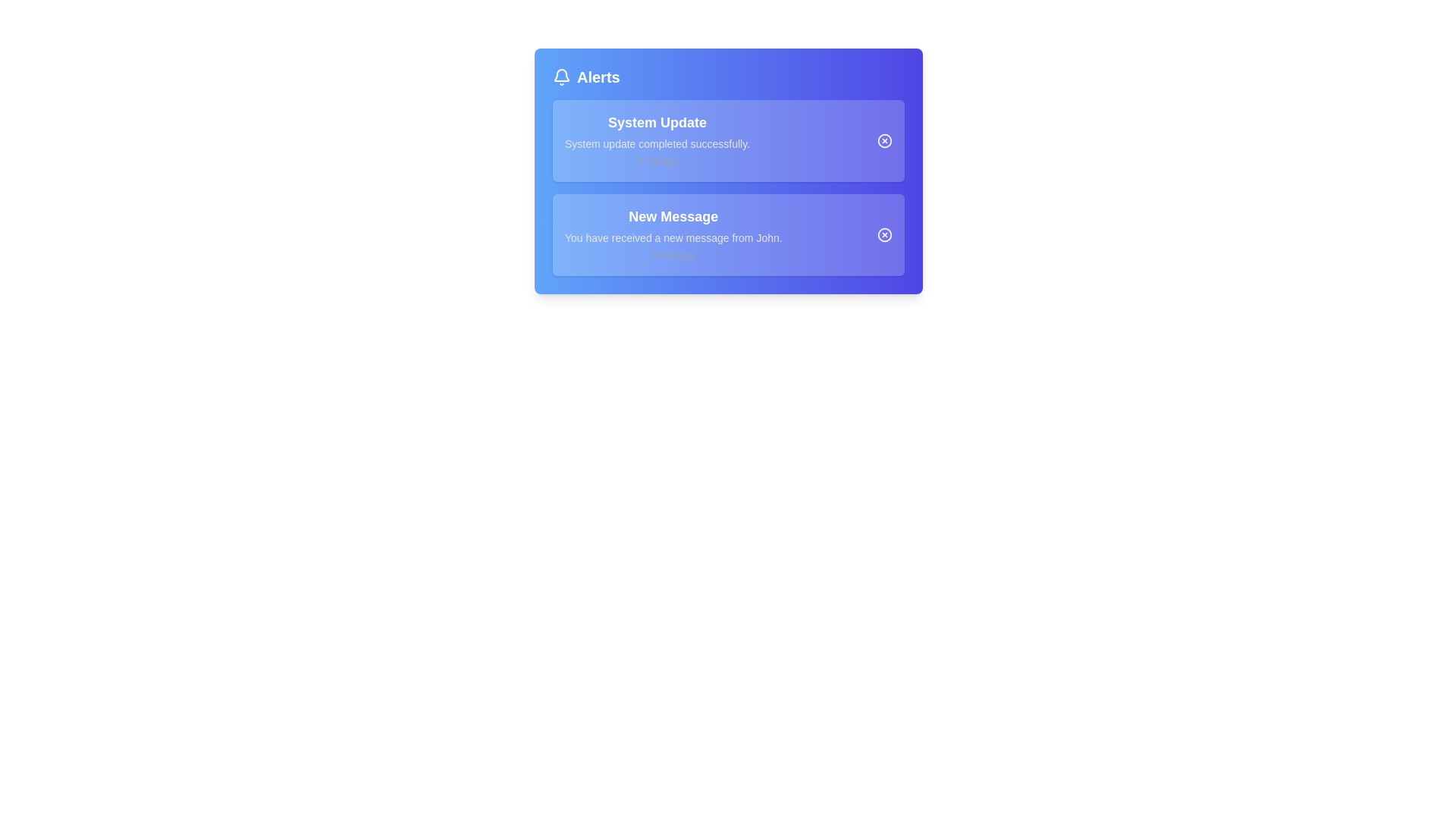 Image resolution: width=1456 pixels, height=819 pixels. I want to click on the circular outer boundary of the close button icon located on the right side of the second notification card in the alert box interface, so click(884, 234).